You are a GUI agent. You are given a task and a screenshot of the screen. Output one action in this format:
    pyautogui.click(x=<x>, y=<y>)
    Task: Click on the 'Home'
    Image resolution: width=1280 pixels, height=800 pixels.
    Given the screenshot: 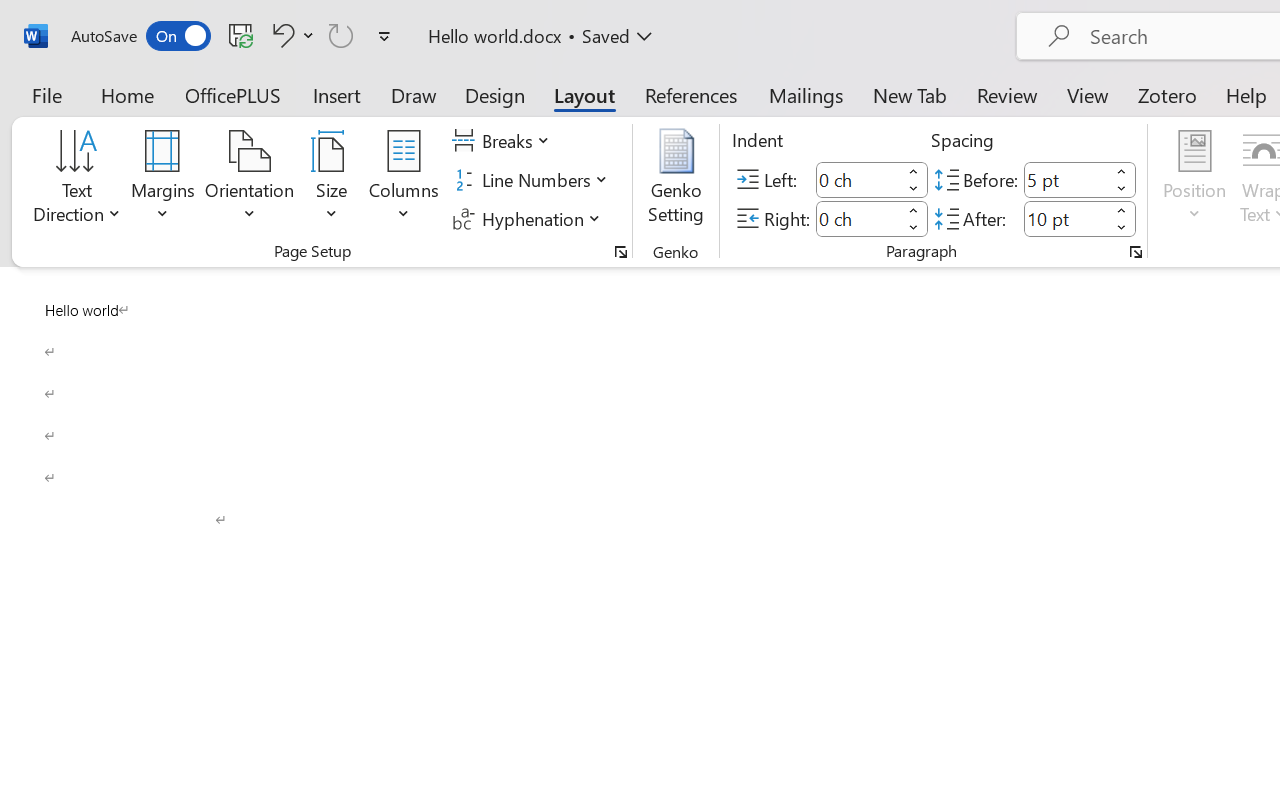 What is the action you would take?
    pyautogui.click(x=127, y=94)
    